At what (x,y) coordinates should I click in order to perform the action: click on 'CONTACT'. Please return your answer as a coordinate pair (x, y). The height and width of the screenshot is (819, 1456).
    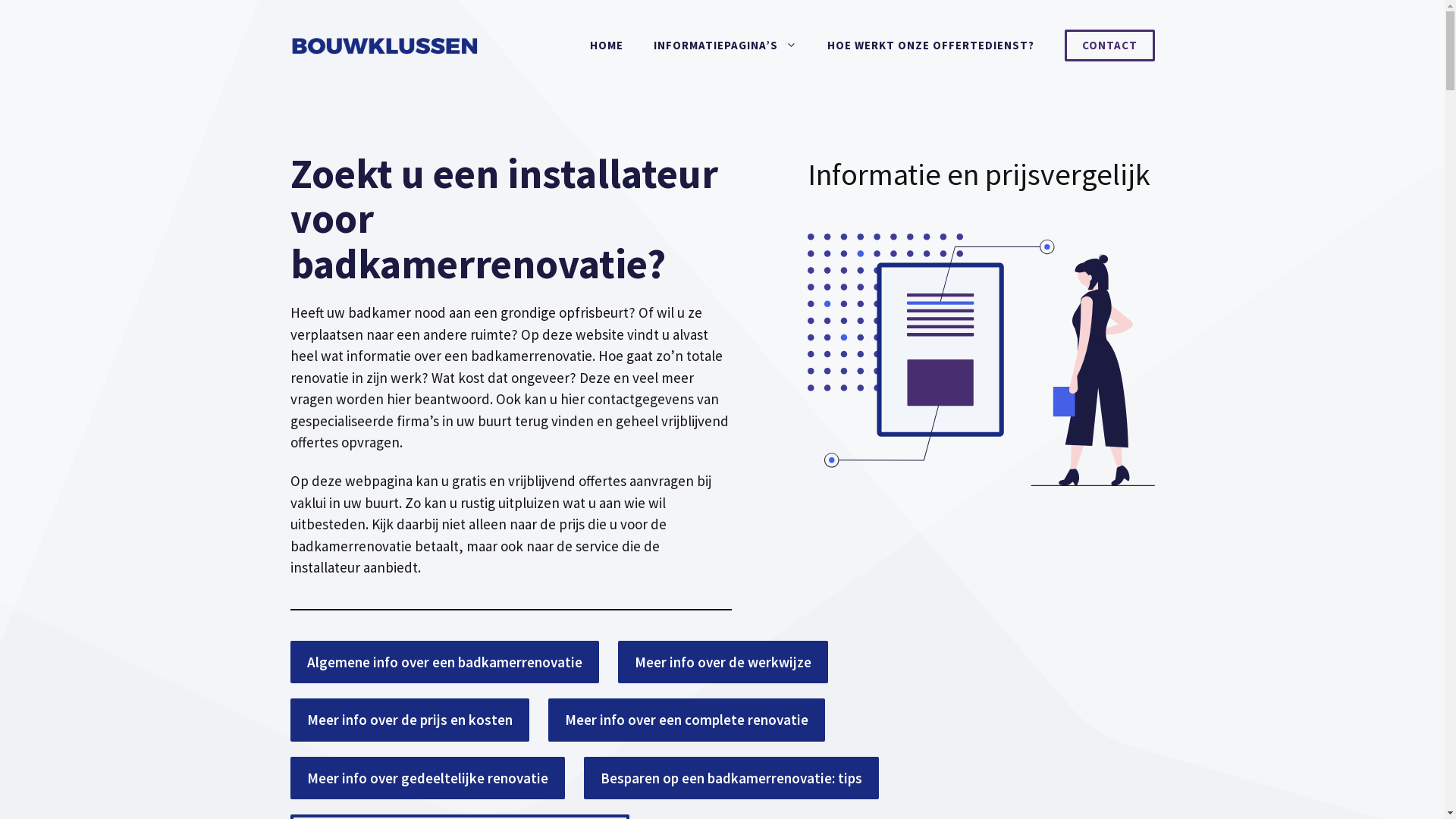
    Looking at the image, I should click on (1109, 45).